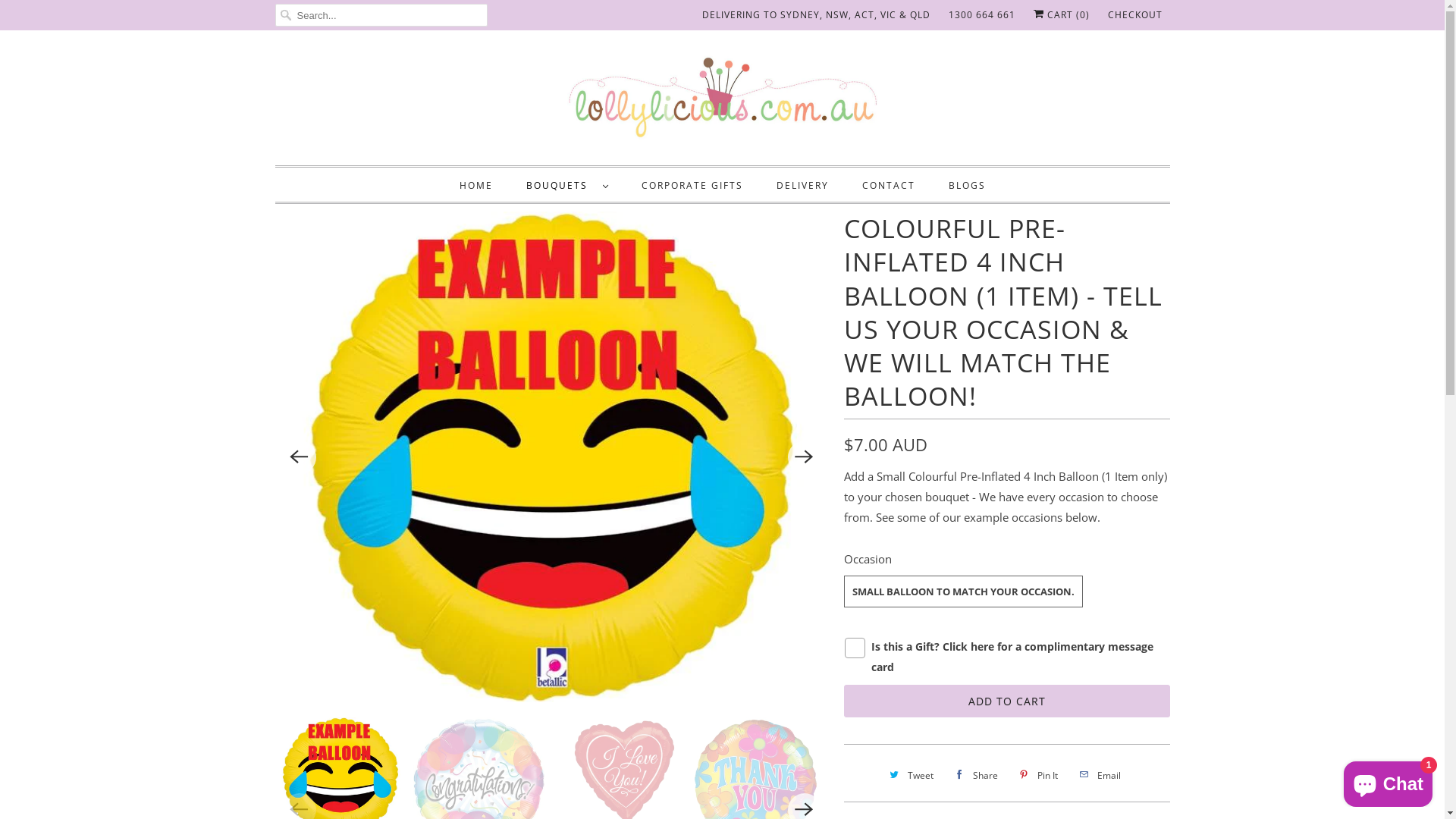 This screenshot has width=1456, height=819. Describe the element at coordinates (1032, 14) in the screenshot. I see `'CART (0)'` at that location.